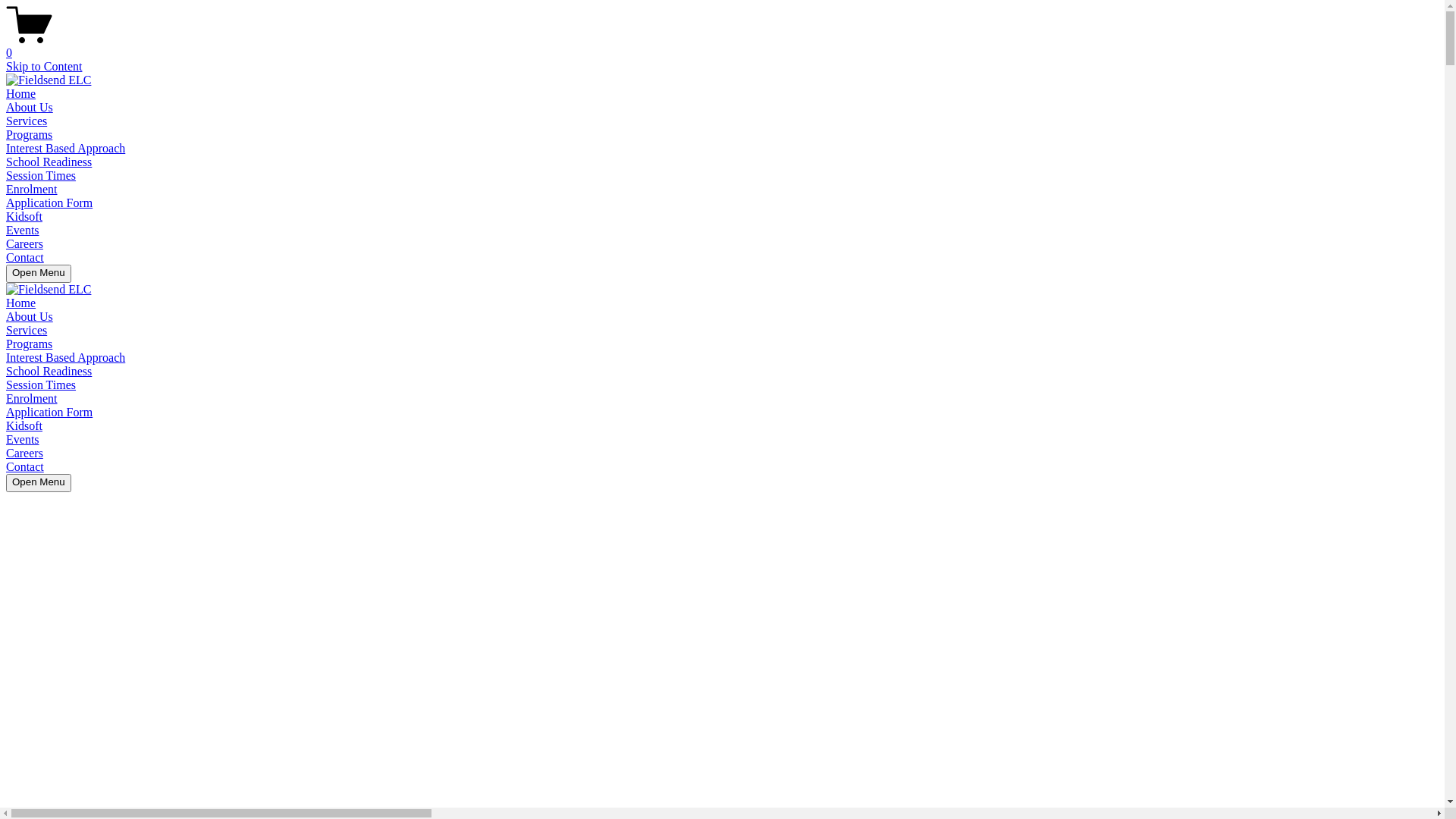 The width and height of the screenshot is (1456, 819). What do you see at coordinates (6, 148) in the screenshot?
I see `'Interest Based Approach'` at bounding box center [6, 148].